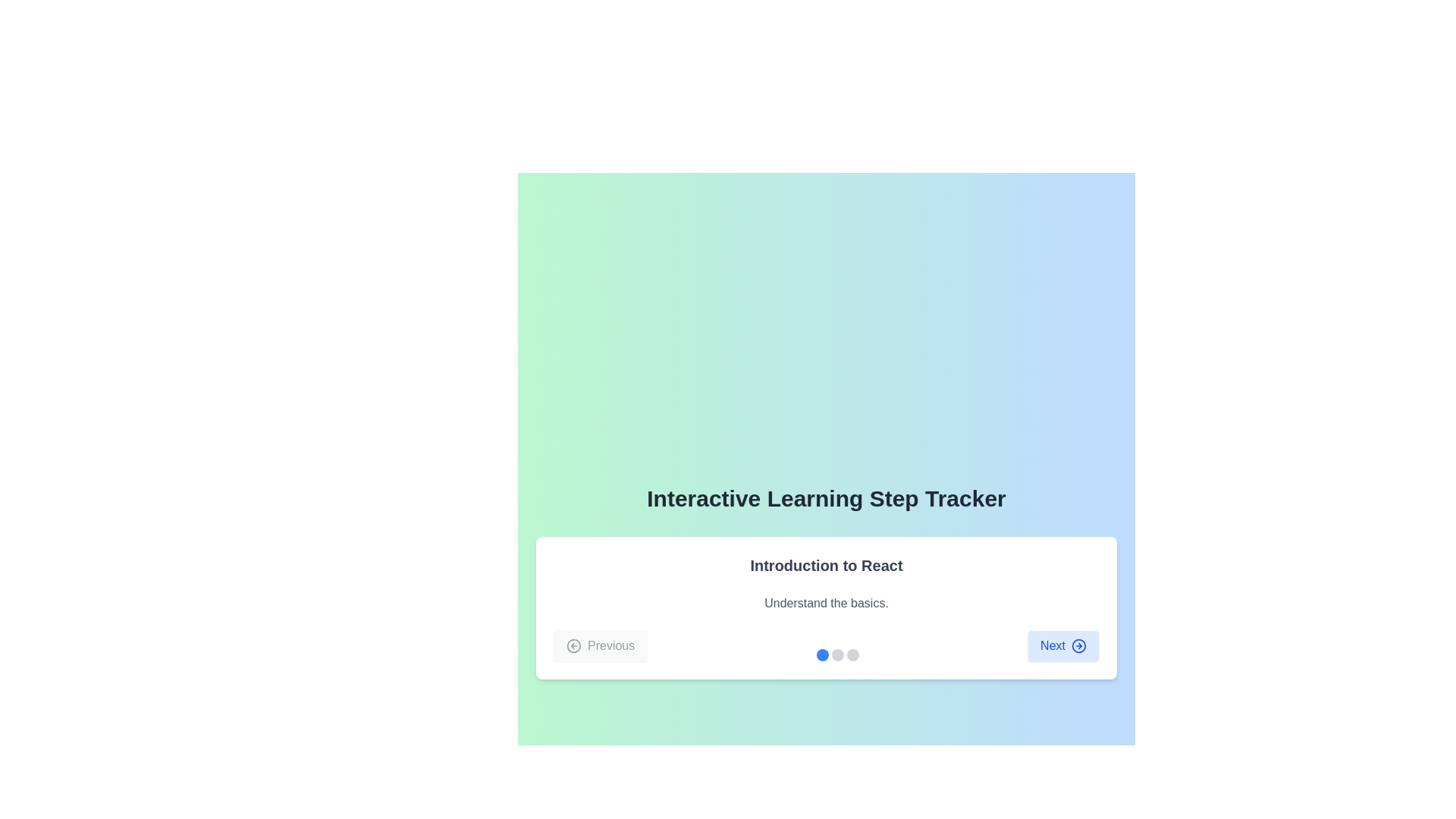 Image resolution: width=1456 pixels, height=819 pixels. I want to click on the third circular stepper indicator in the 'Interactive Learning Step Tracker' section, which has a light gray background and is positioned at the bottom center of the card-like section, so click(852, 654).